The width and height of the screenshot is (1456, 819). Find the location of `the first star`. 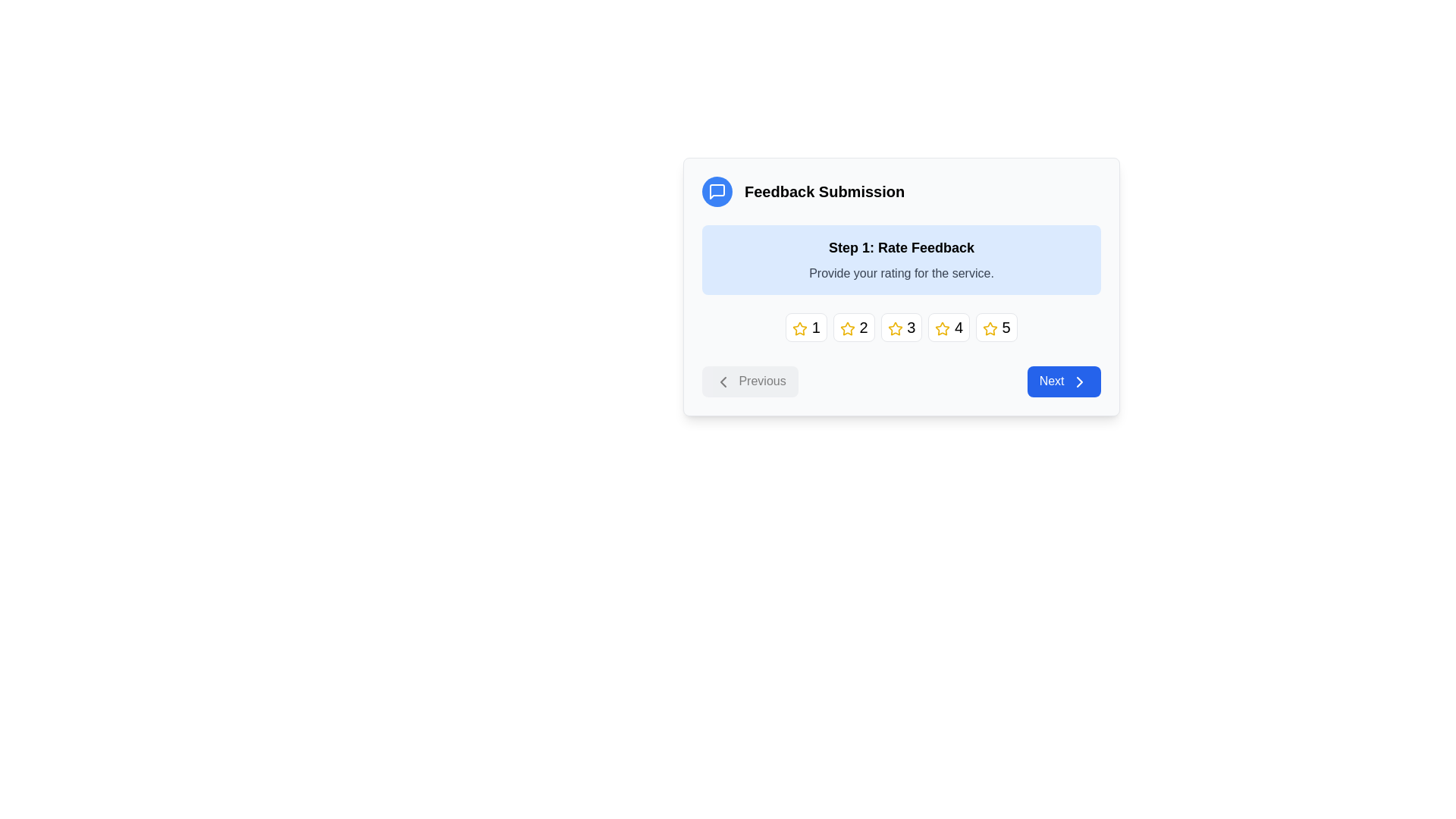

the first star is located at coordinates (799, 328).